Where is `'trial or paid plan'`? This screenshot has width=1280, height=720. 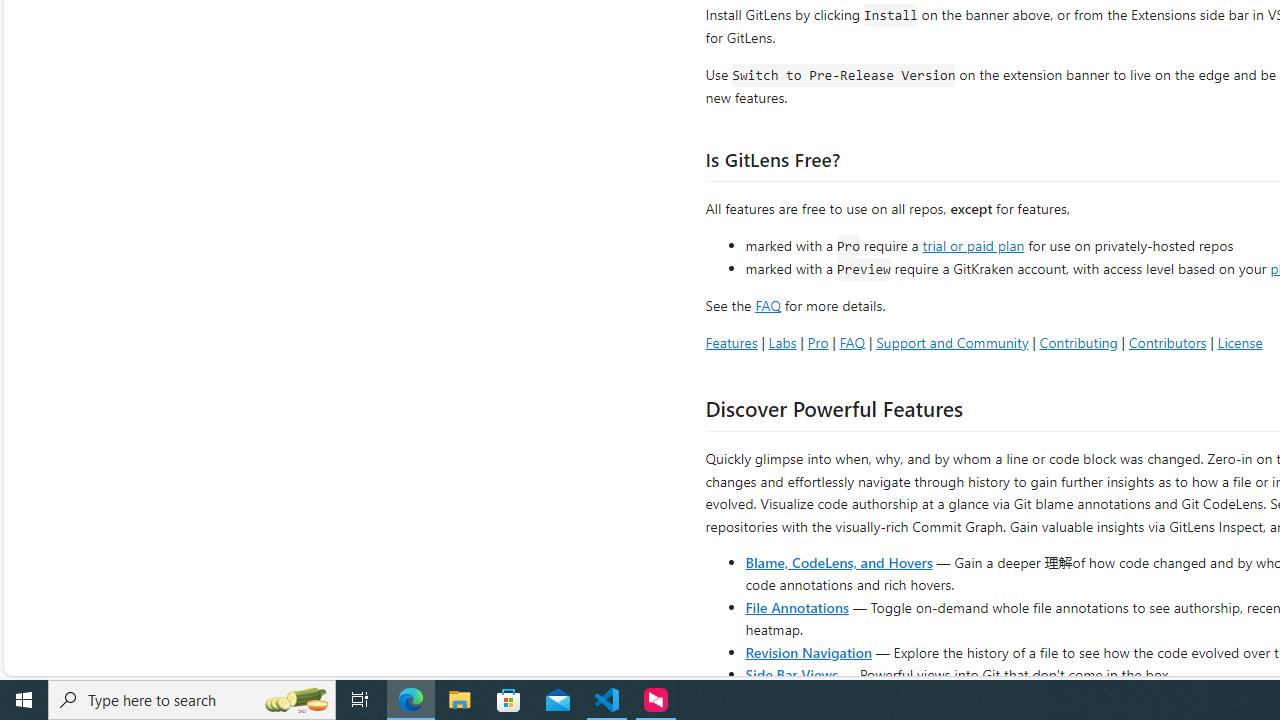
'trial or paid plan' is located at coordinates (973, 243).